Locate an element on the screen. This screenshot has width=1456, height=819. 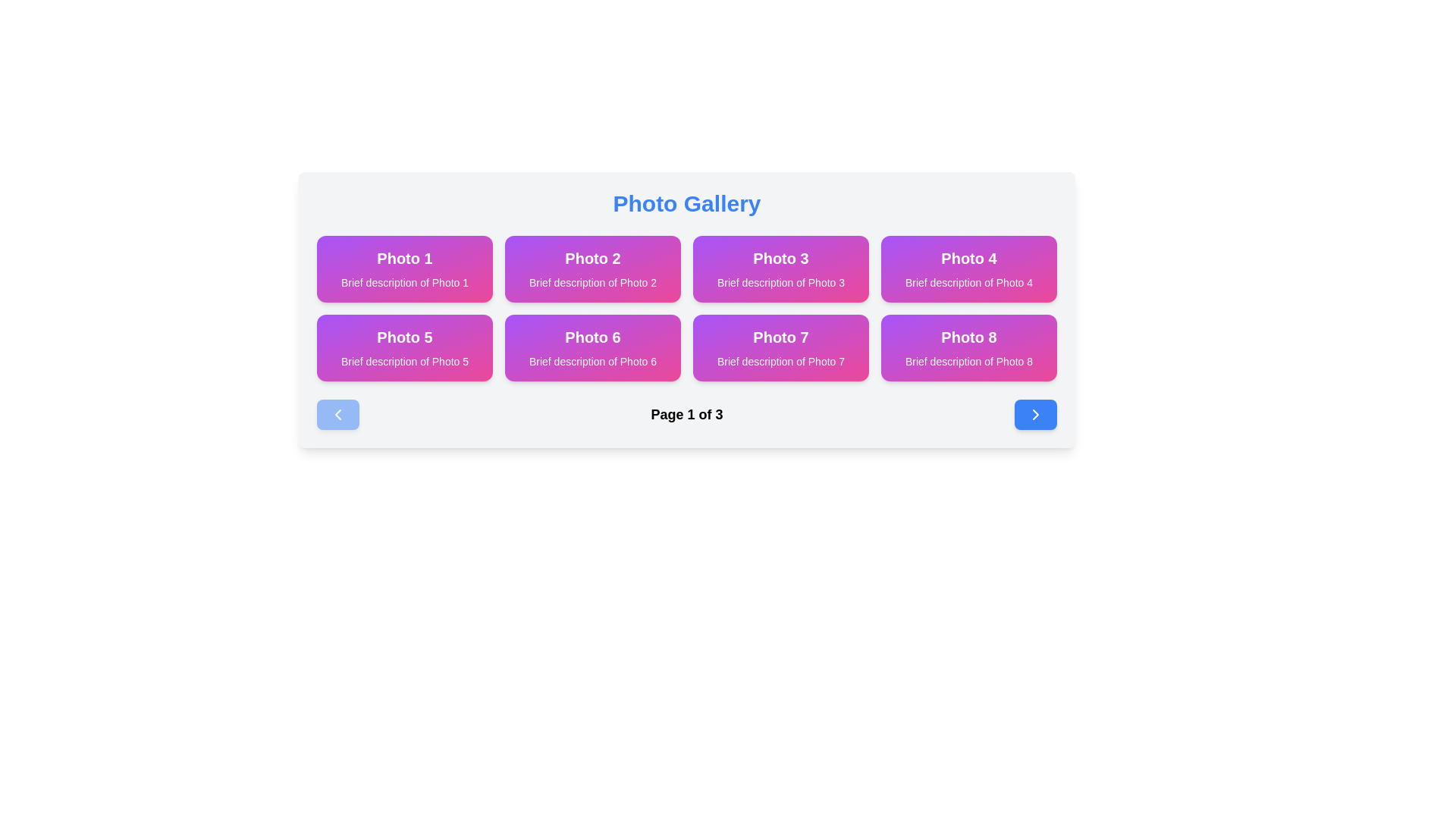
the next page navigation button located at the bottom right of the layout, adjacent to the 'Page 1 of 3' text is located at coordinates (1035, 415).